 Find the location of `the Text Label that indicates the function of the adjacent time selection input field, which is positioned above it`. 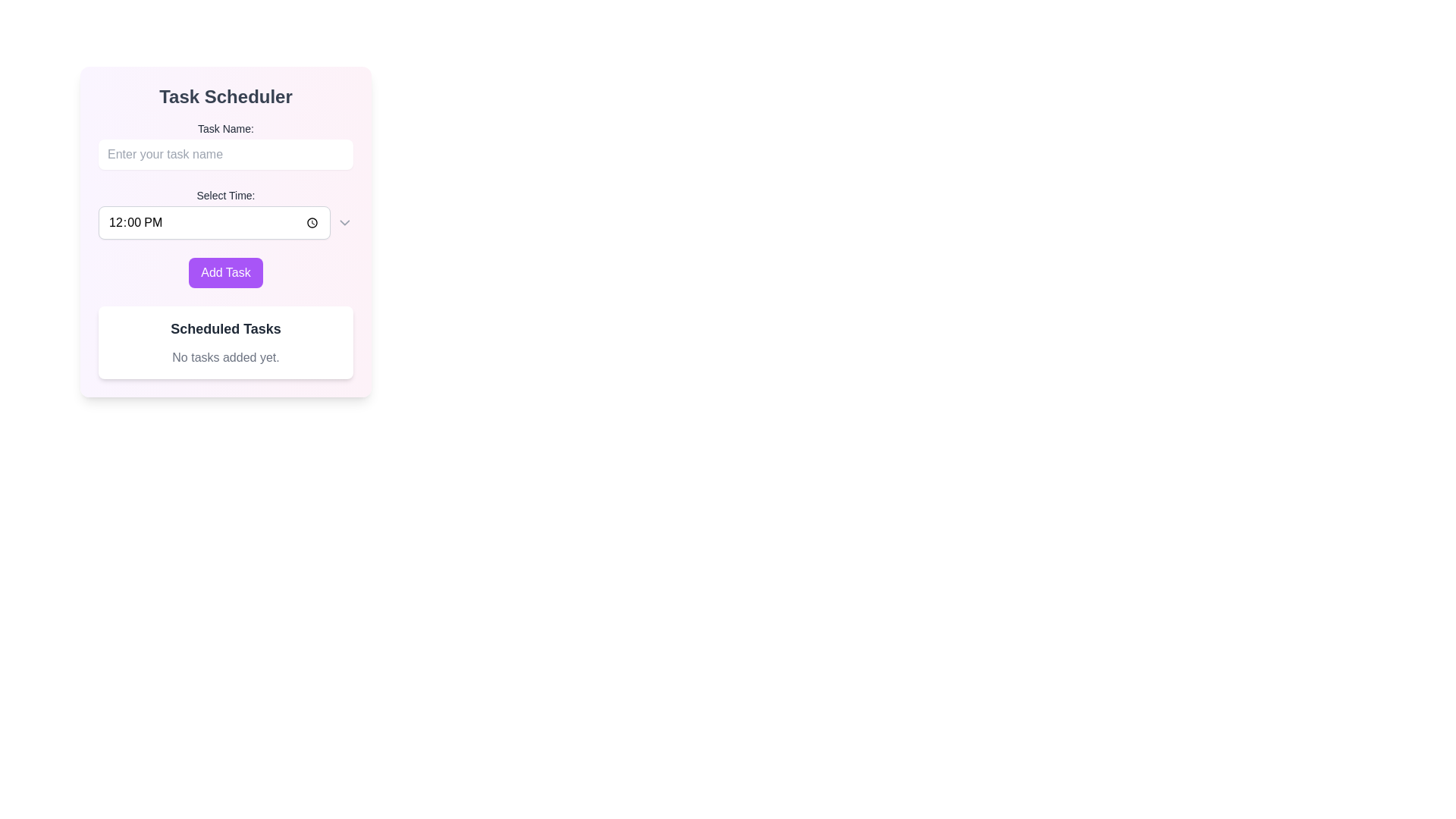

the Text Label that indicates the function of the adjacent time selection input field, which is positioned above it is located at coordinates (224, 195).